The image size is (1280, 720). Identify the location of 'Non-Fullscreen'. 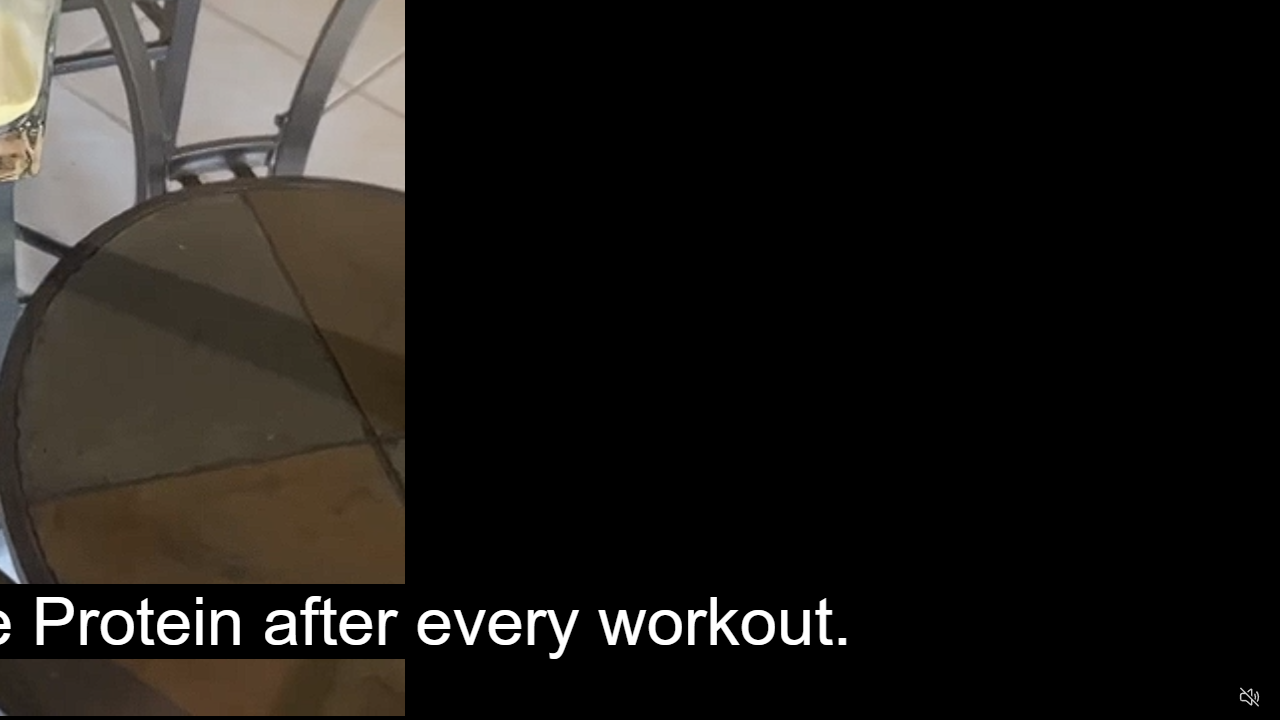
(1210, 696).